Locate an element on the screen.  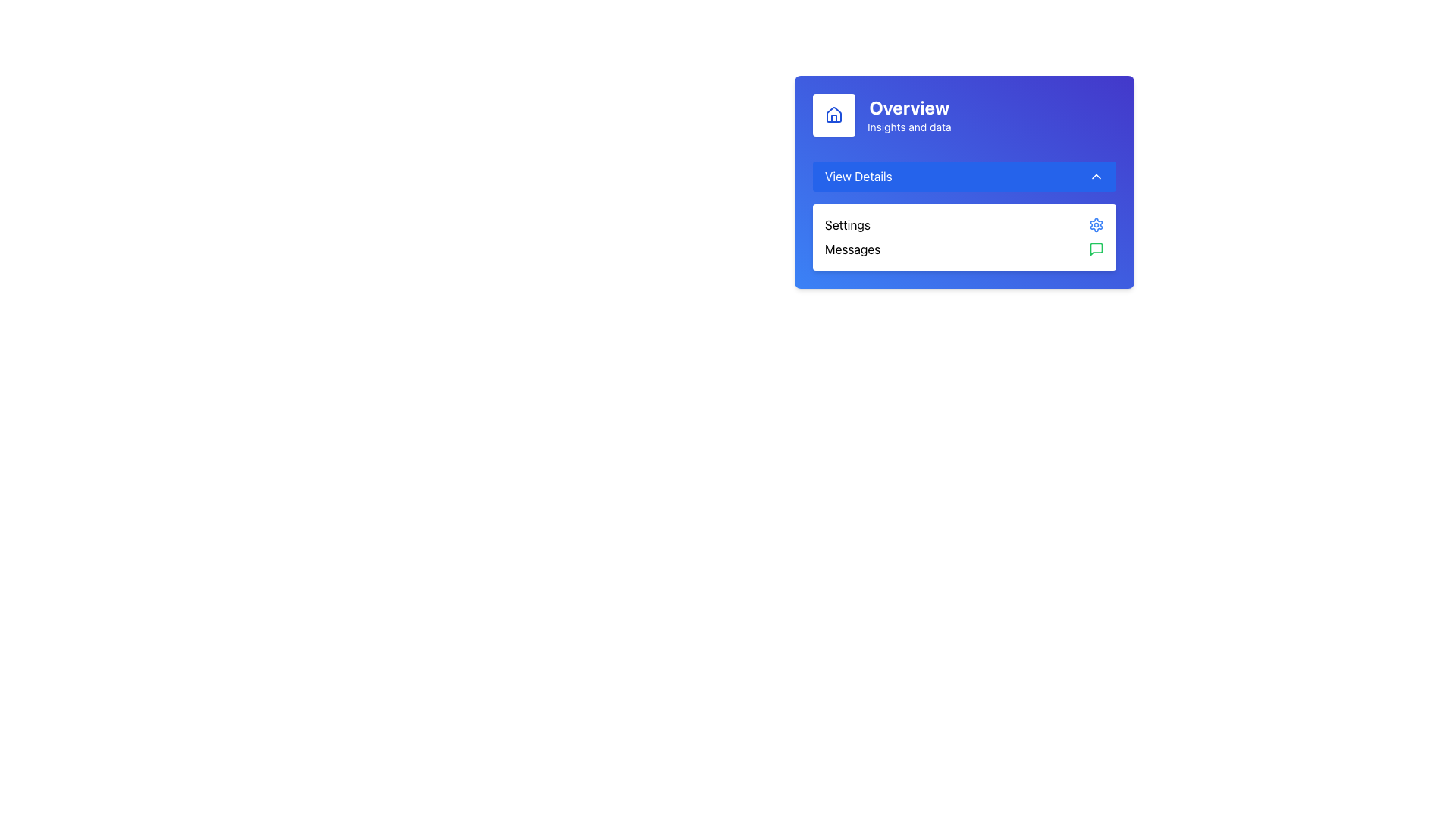
the communication icon located to the right of the 'Messages' label is located at coordinates (1096, 248).